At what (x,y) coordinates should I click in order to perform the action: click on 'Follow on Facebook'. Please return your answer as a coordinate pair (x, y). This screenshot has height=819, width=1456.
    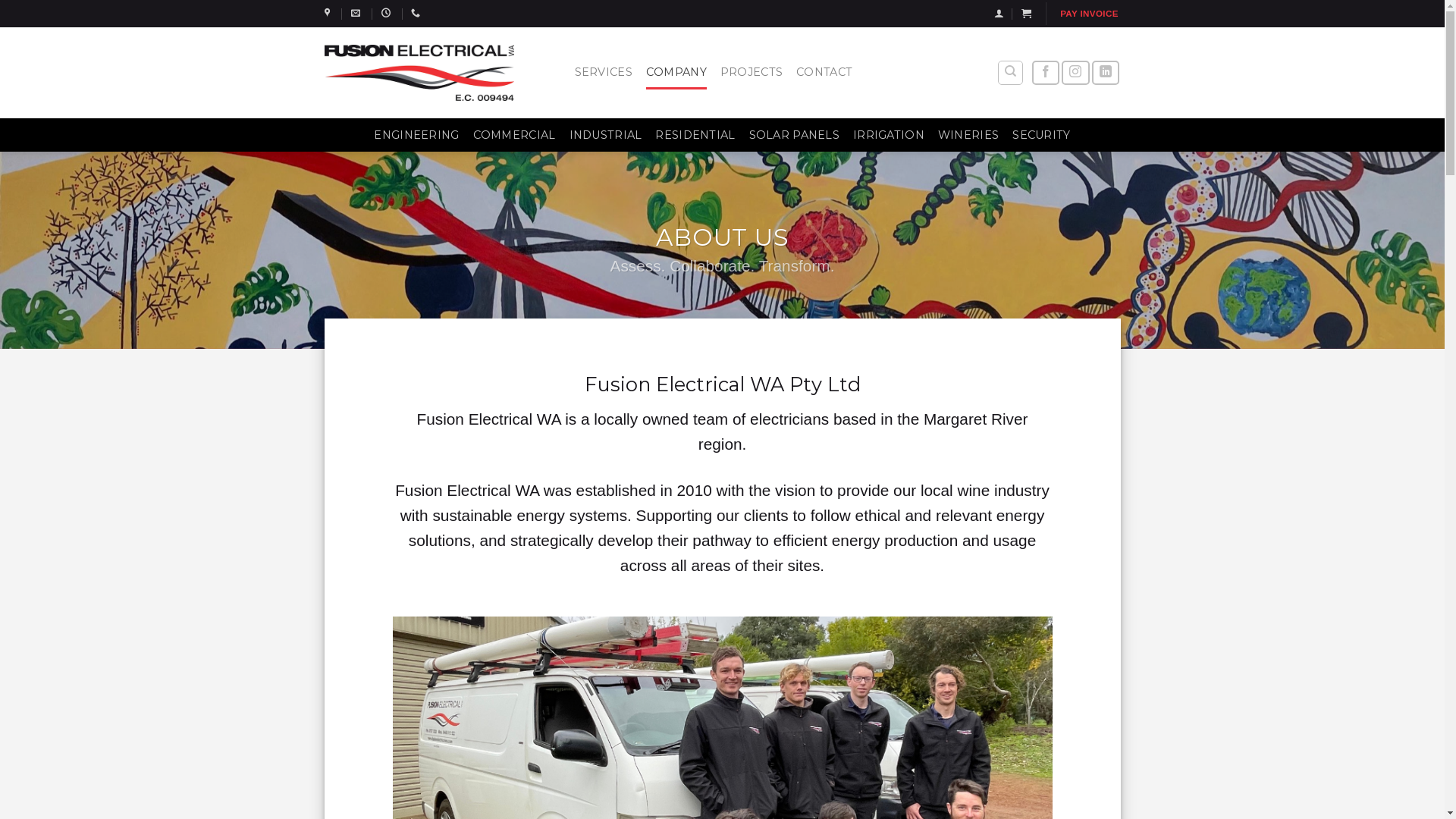
    Looking at the image, I should click on (1031, 73).